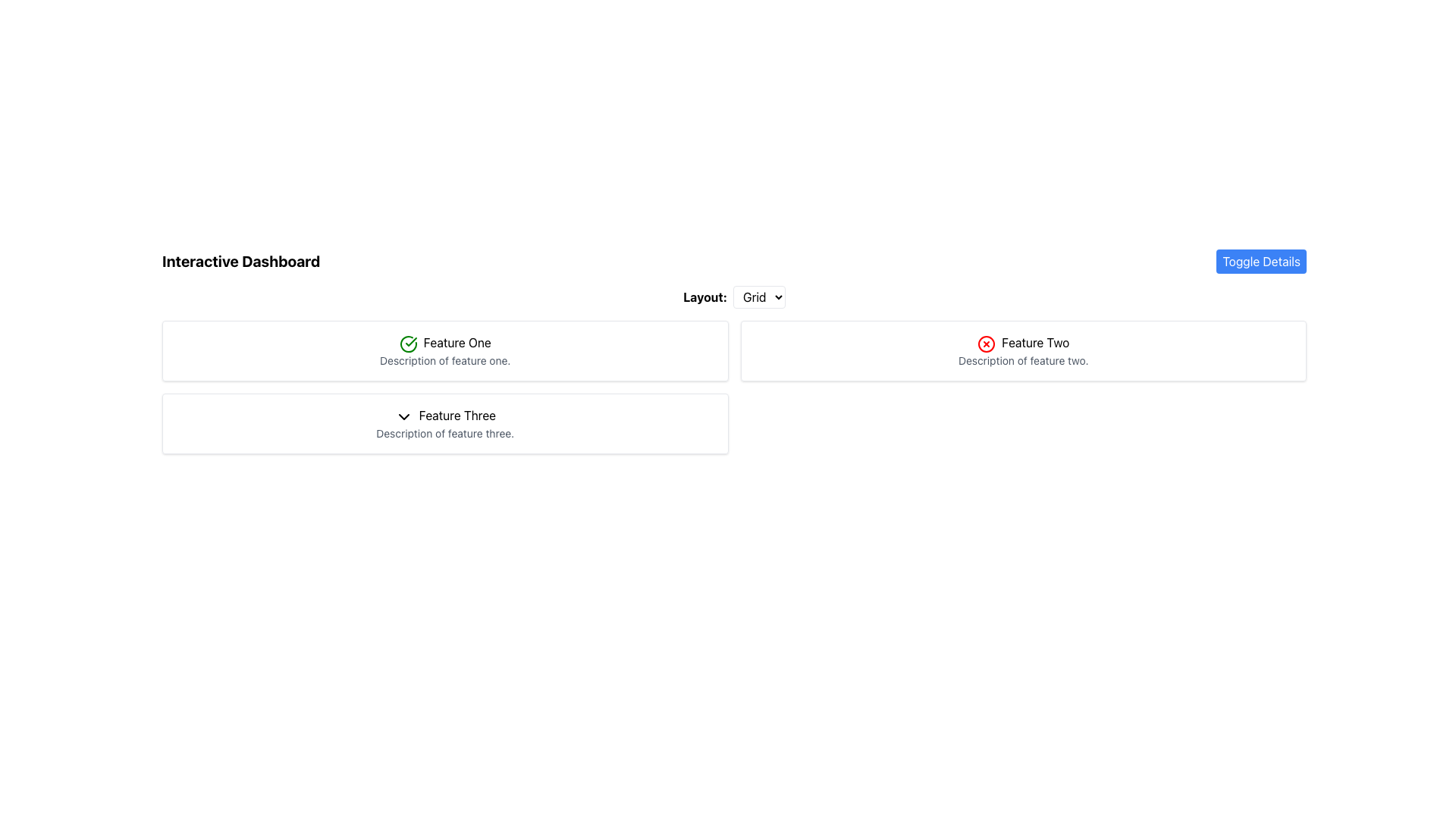 The width and height of the screenshot is (1456, 819). Describe the element at coordinates (408, 344) in the screenshot. I see `the checkmark icon with a green stroke color, which is positioned to the left of the text 'Feature One'` at that location.